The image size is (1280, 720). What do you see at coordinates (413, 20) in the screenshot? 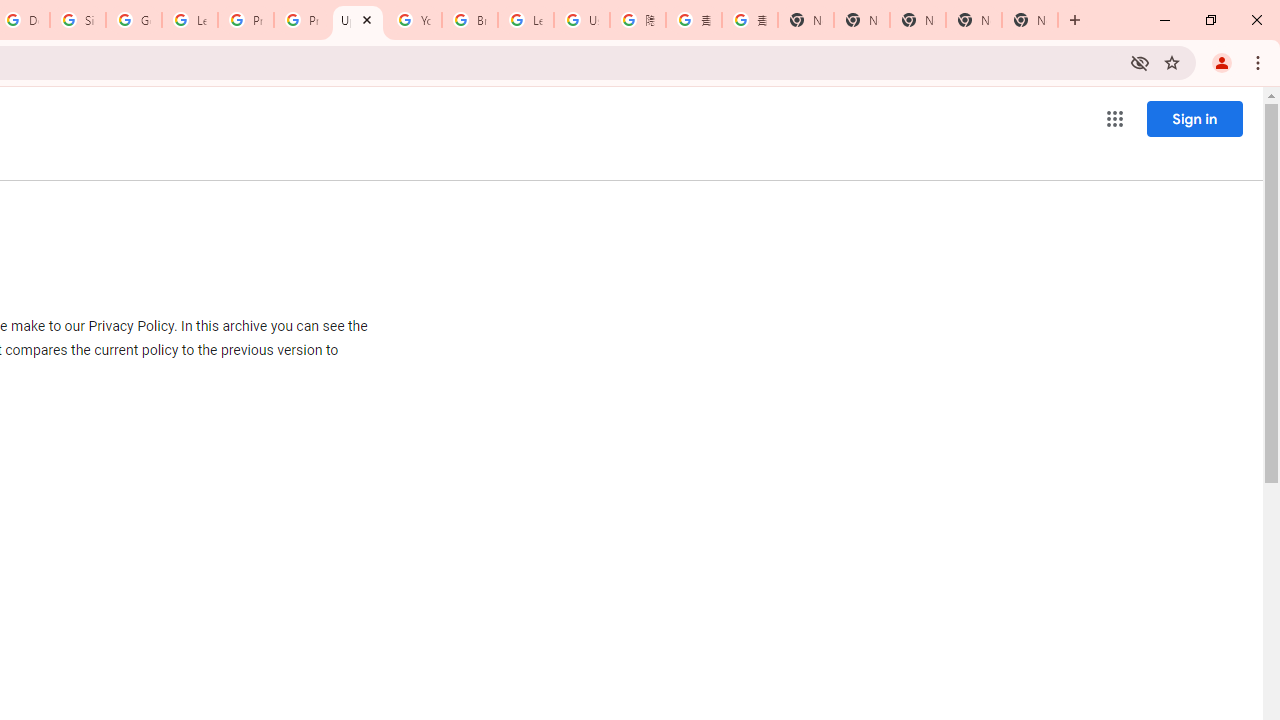
I see `'YouTube'` at bounding box center [413, 20].